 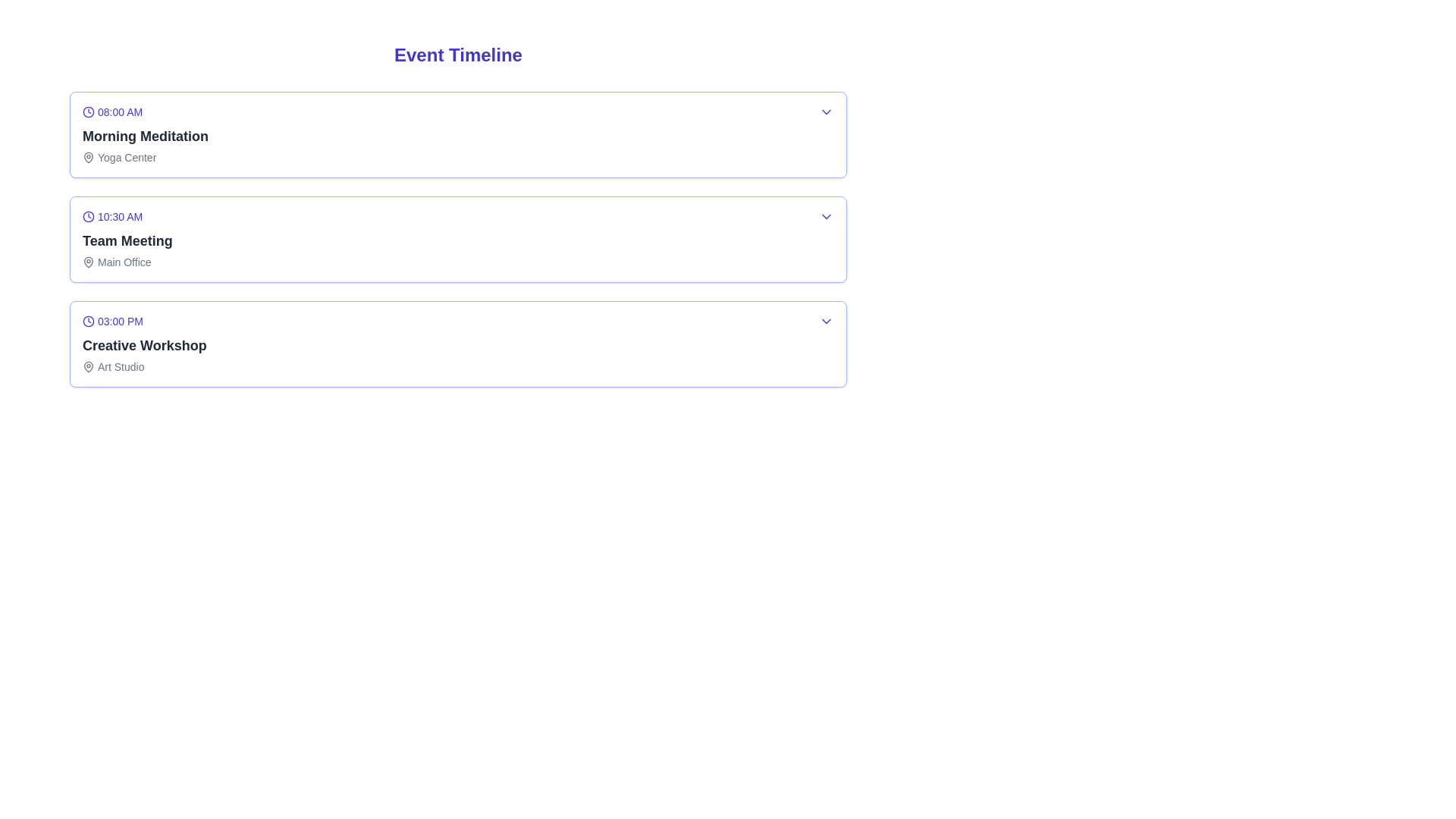 What do you see at coordinates (146, 133) in the screenshot?
I see `the 'Morning Meditation' event information block, which includes a timestamp, title, and location indicator` at bounding box center [146, 133].